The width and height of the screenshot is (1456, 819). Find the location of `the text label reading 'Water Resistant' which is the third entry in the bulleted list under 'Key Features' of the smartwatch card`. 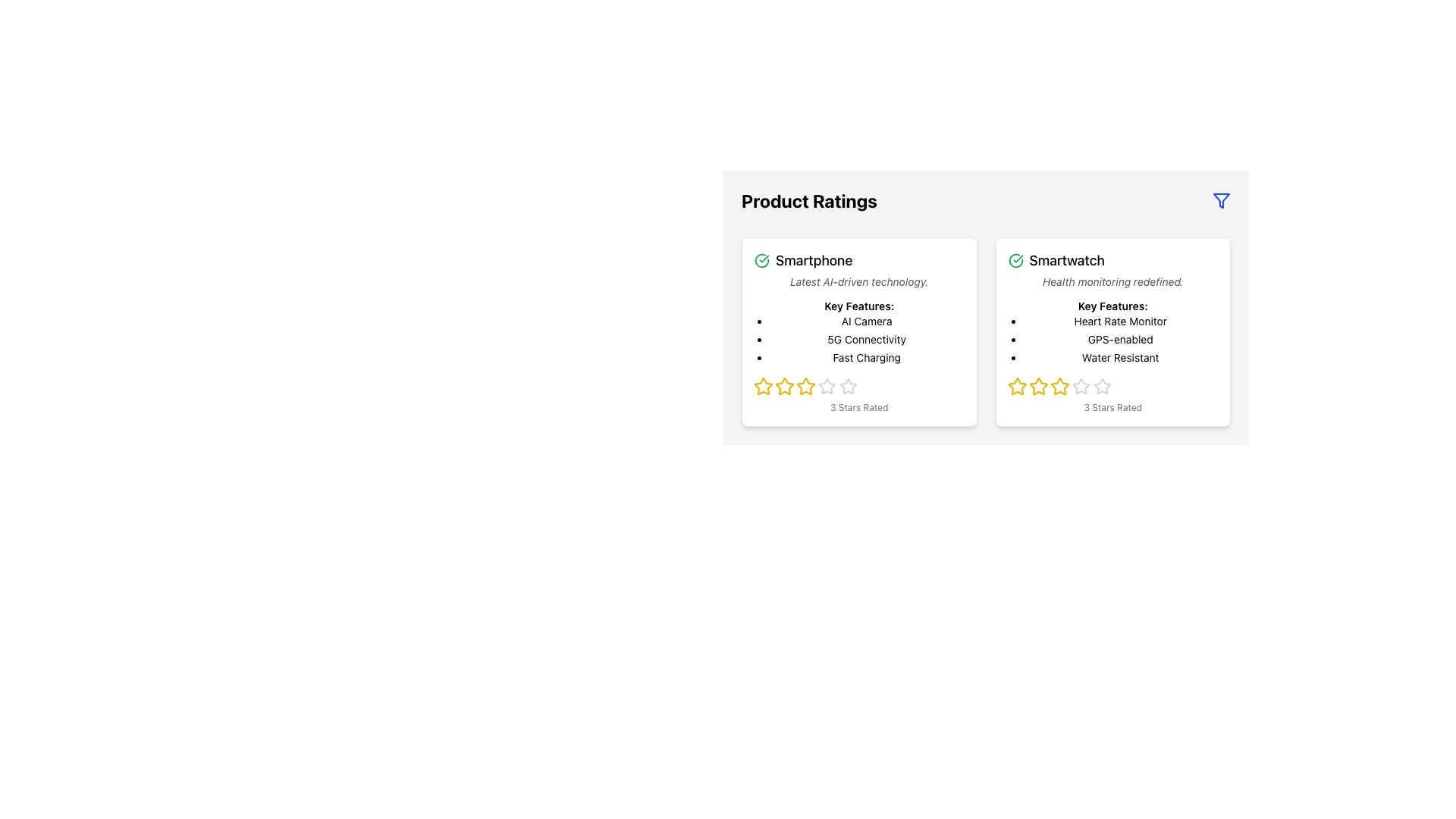

the text label reading 'Water Resistant' which is the third entry in the bulleted list under 'Key Features' of the smartwatch card is located at coordinates (1120, 357).